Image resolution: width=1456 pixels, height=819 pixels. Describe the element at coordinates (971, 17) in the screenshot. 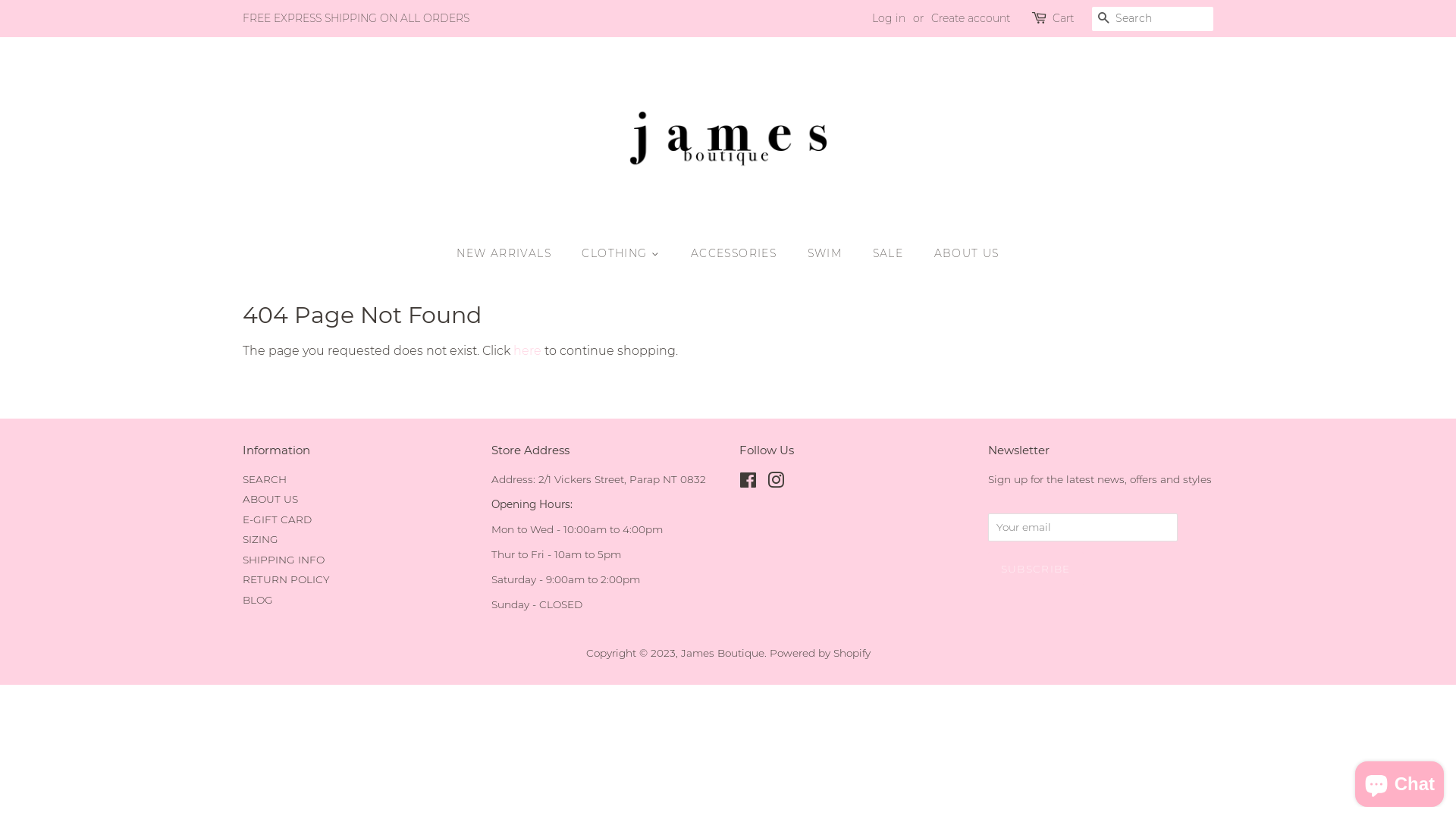

I see `'Create account'` at that location.